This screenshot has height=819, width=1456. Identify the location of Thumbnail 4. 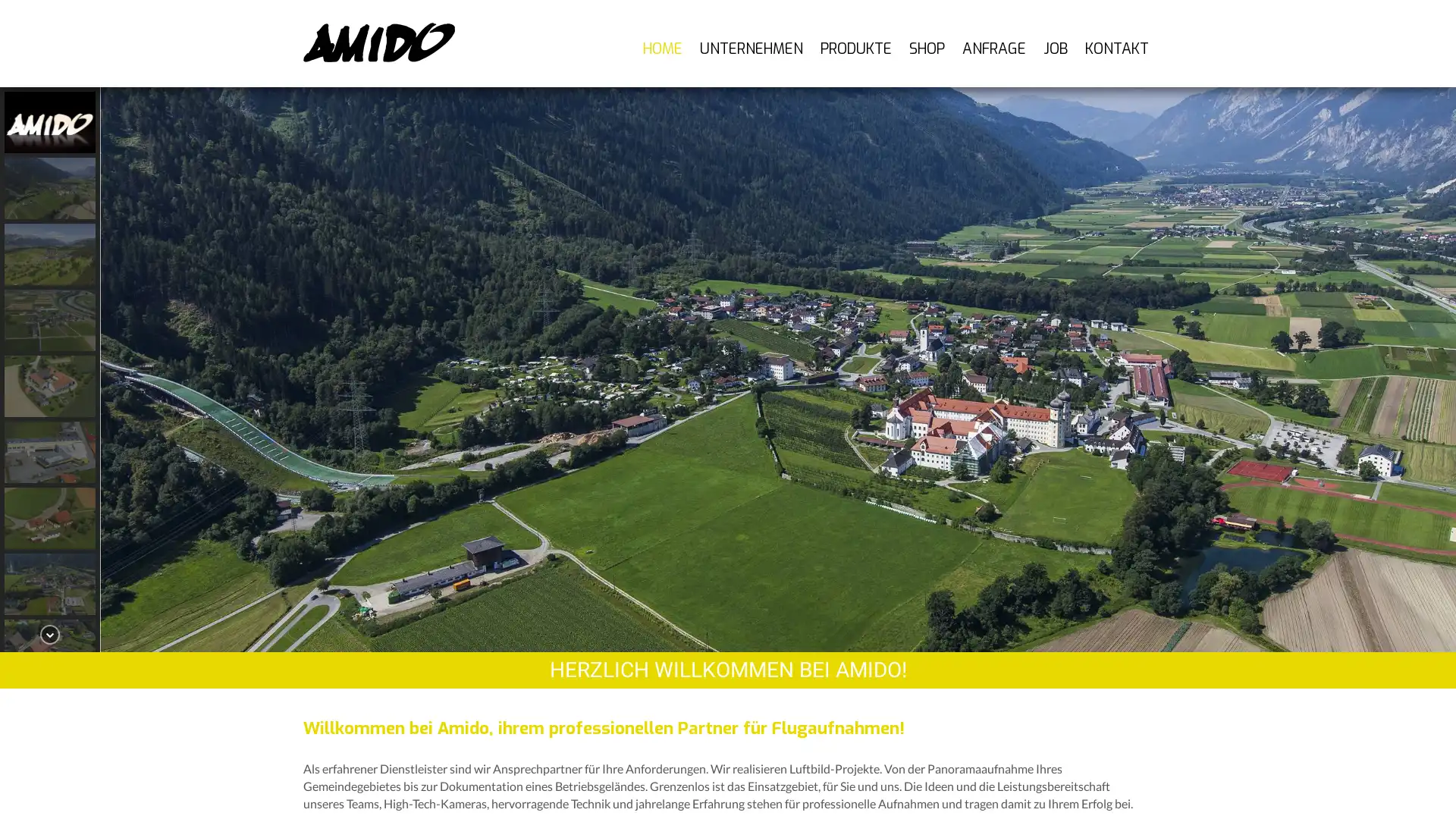
(50, 385).